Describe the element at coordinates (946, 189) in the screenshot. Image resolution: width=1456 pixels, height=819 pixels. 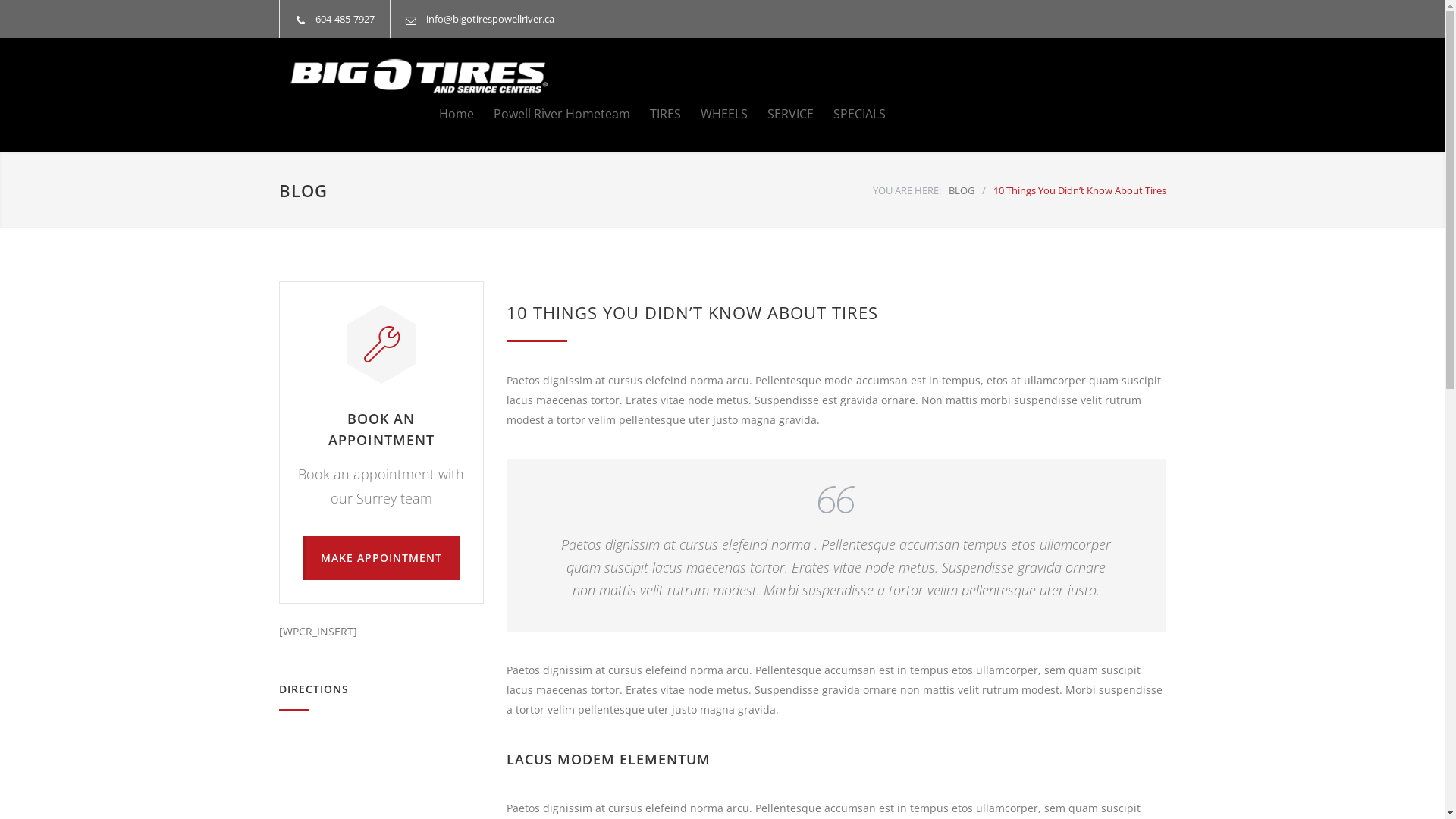
I see `'BLOG'` at that location.